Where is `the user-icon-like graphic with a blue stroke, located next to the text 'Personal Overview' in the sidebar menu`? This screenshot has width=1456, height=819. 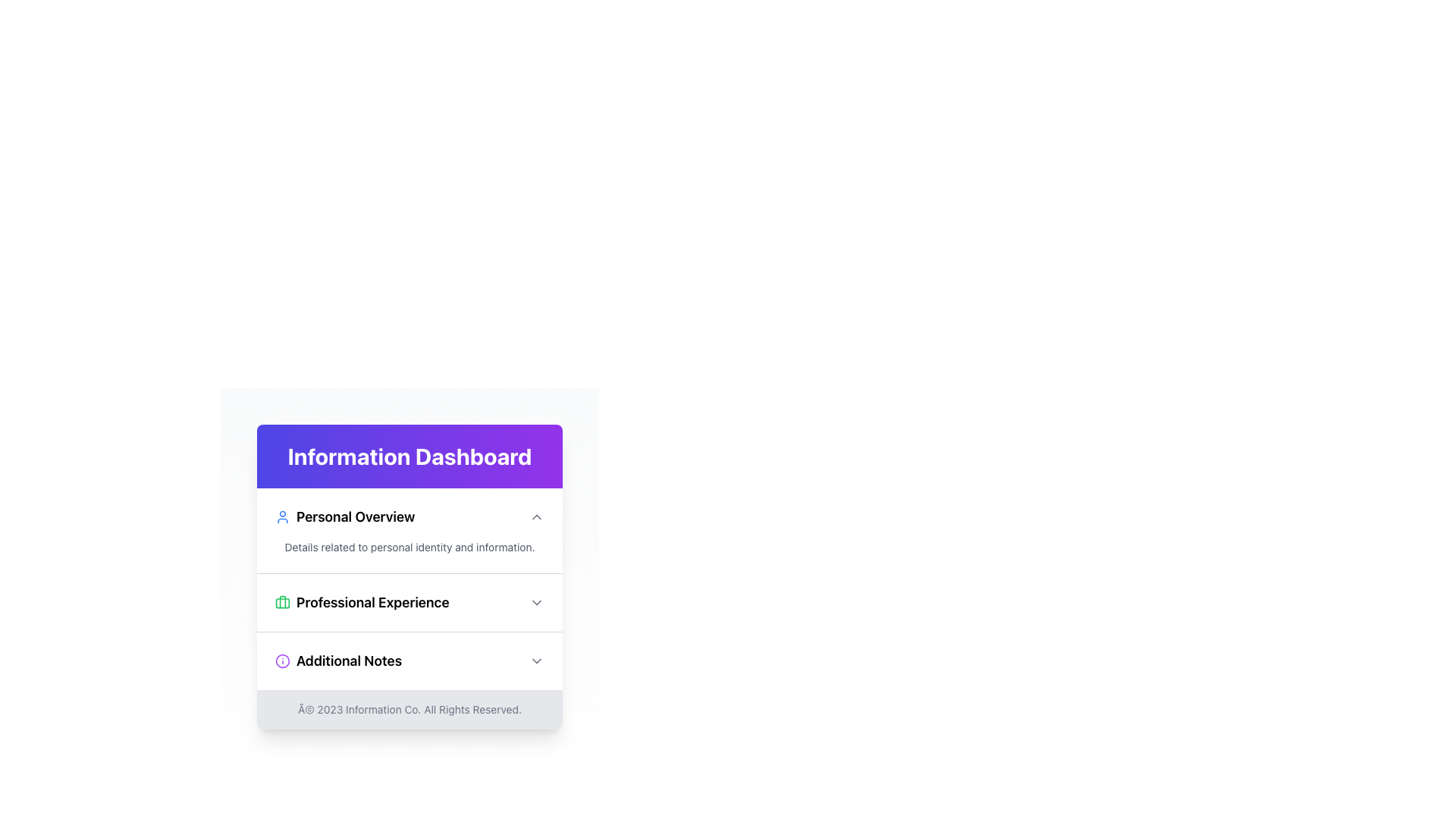 the user-icon-like graphic with a blue stroke, located next to the text 'Personal Overview' in the sidebar menu is located at coordinates (283, 516).